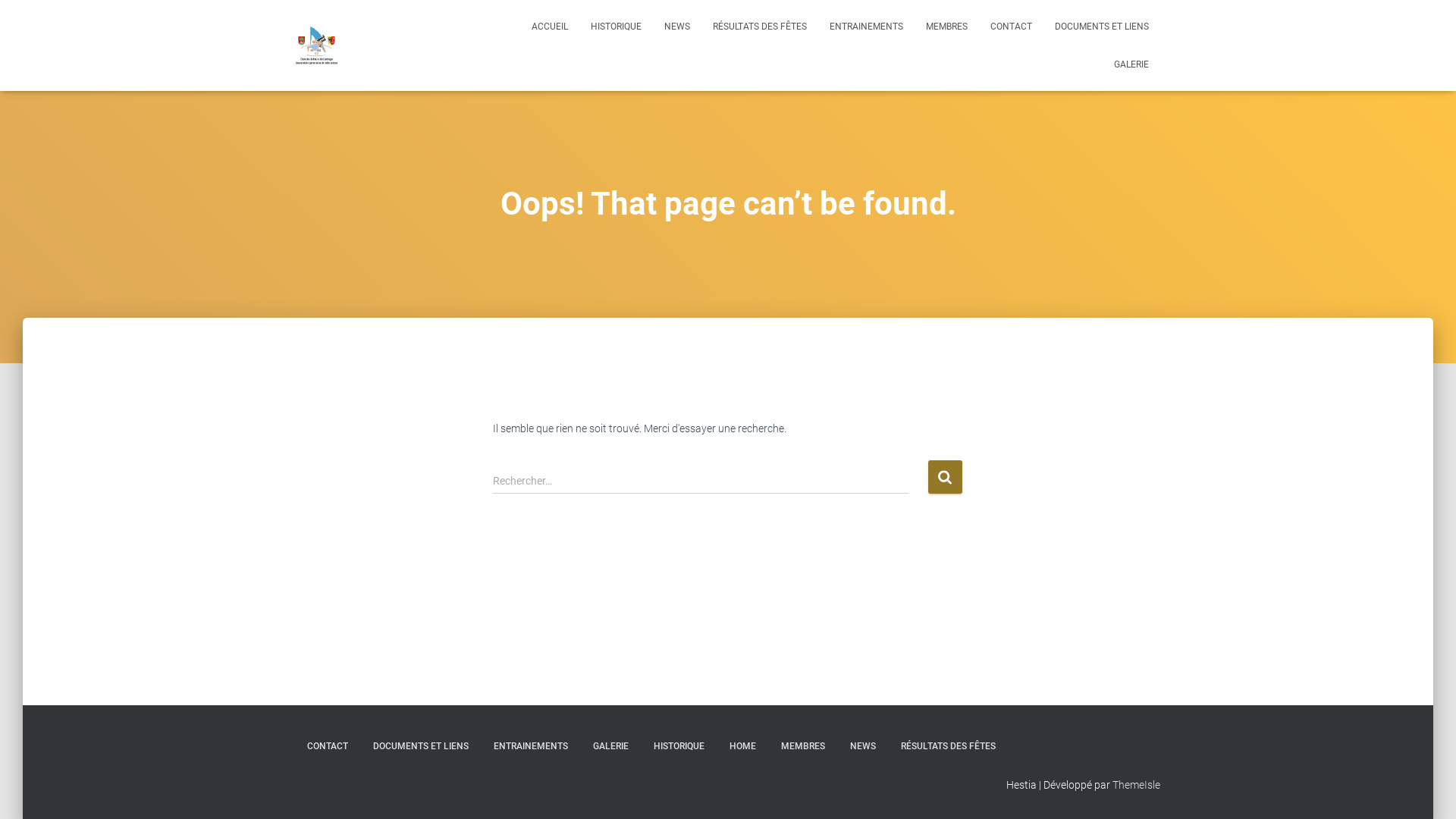  What do you see at coordinates (531, 745) in the screenshot?
I see `'ENTRAINEMENTS'` at bounding box center [531, 745].